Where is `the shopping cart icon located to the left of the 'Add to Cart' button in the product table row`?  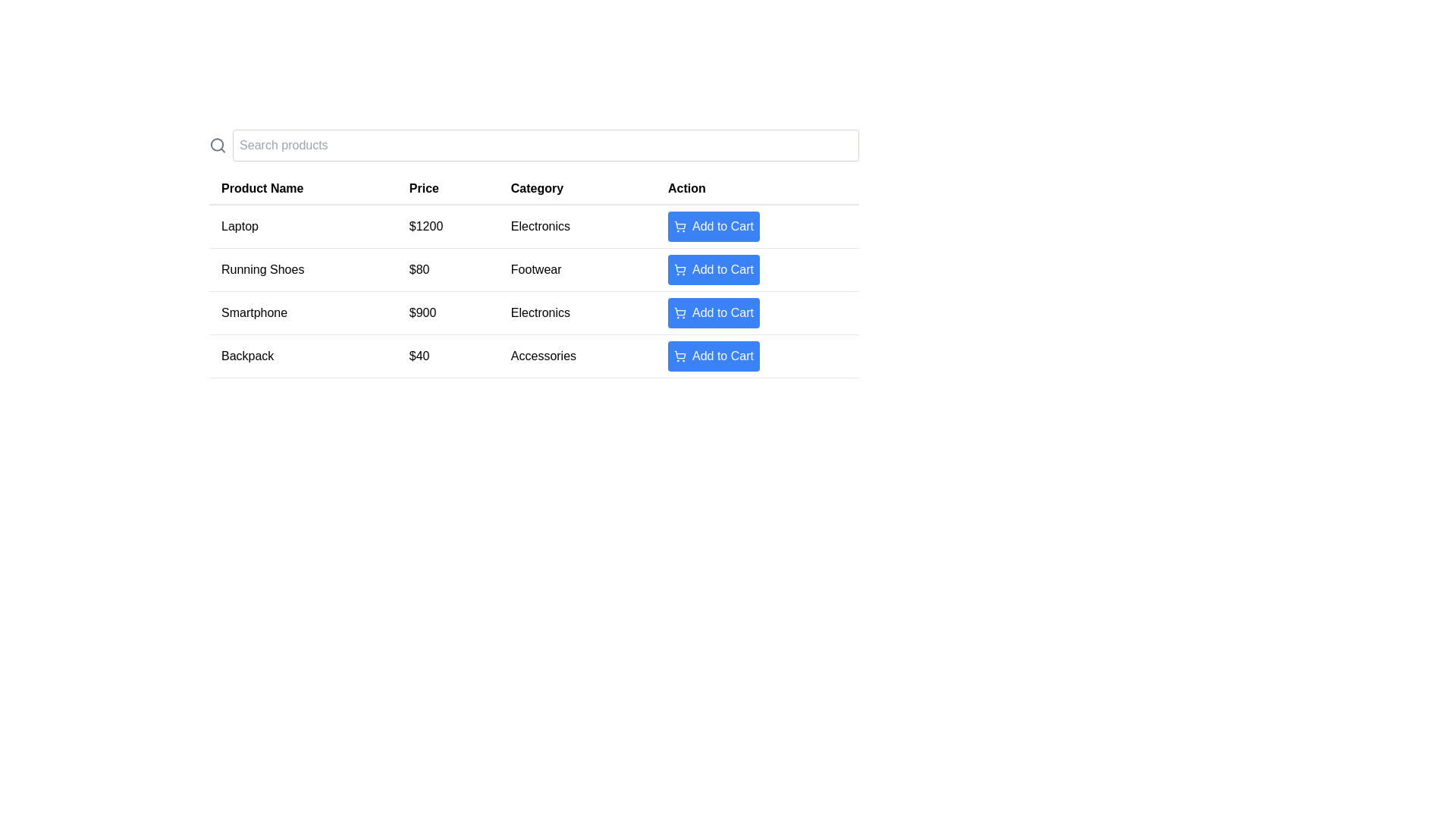
the shopping cart icon located to the left of the 'Add to Cart' button in the product table row is located at coordinates (679, 227).